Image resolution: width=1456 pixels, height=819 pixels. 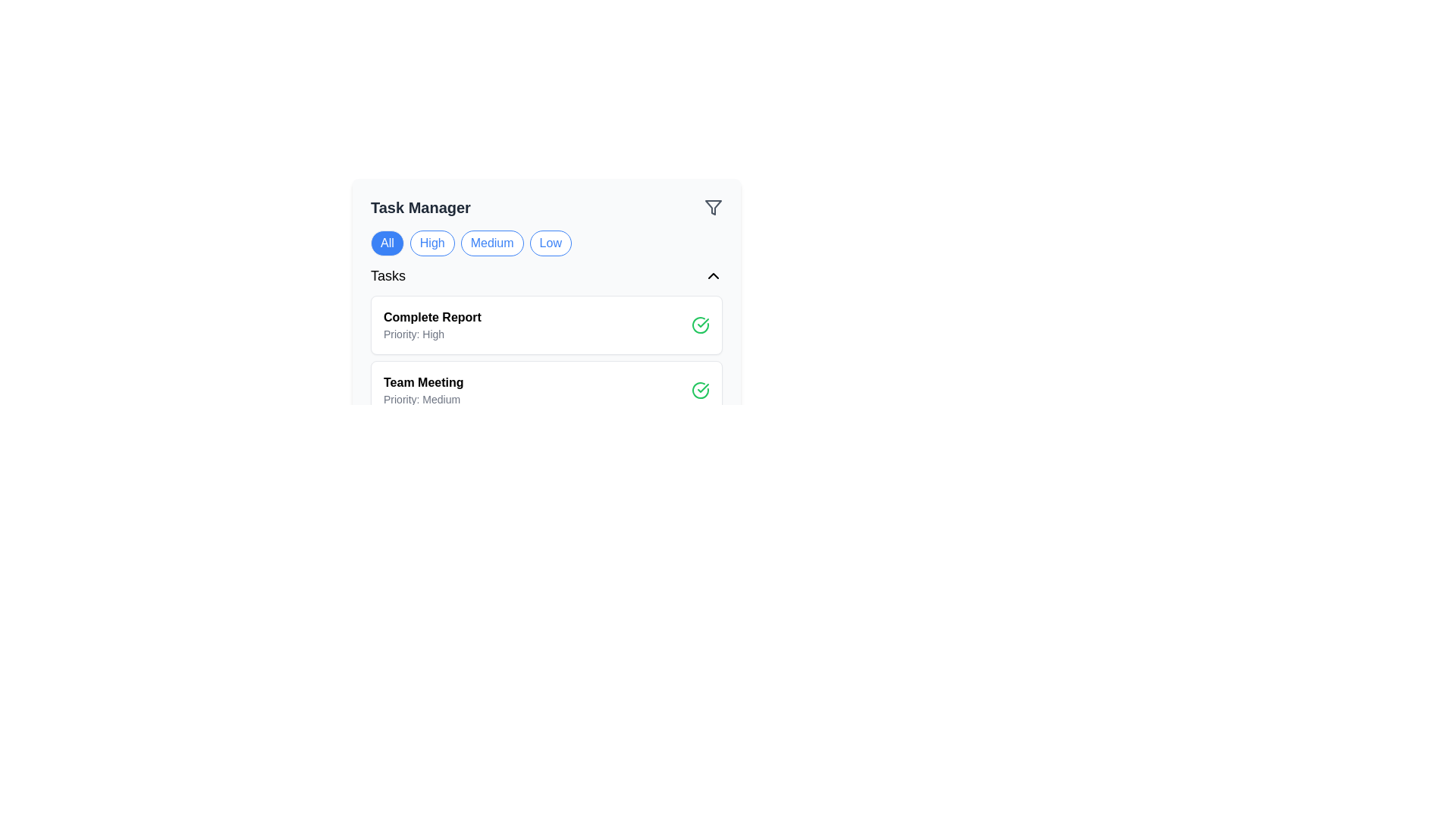 I want to click on the filter funnel SVG icon located in the header section of the 'Task Manager', adjacent to the title, so click(x=712, y=207).